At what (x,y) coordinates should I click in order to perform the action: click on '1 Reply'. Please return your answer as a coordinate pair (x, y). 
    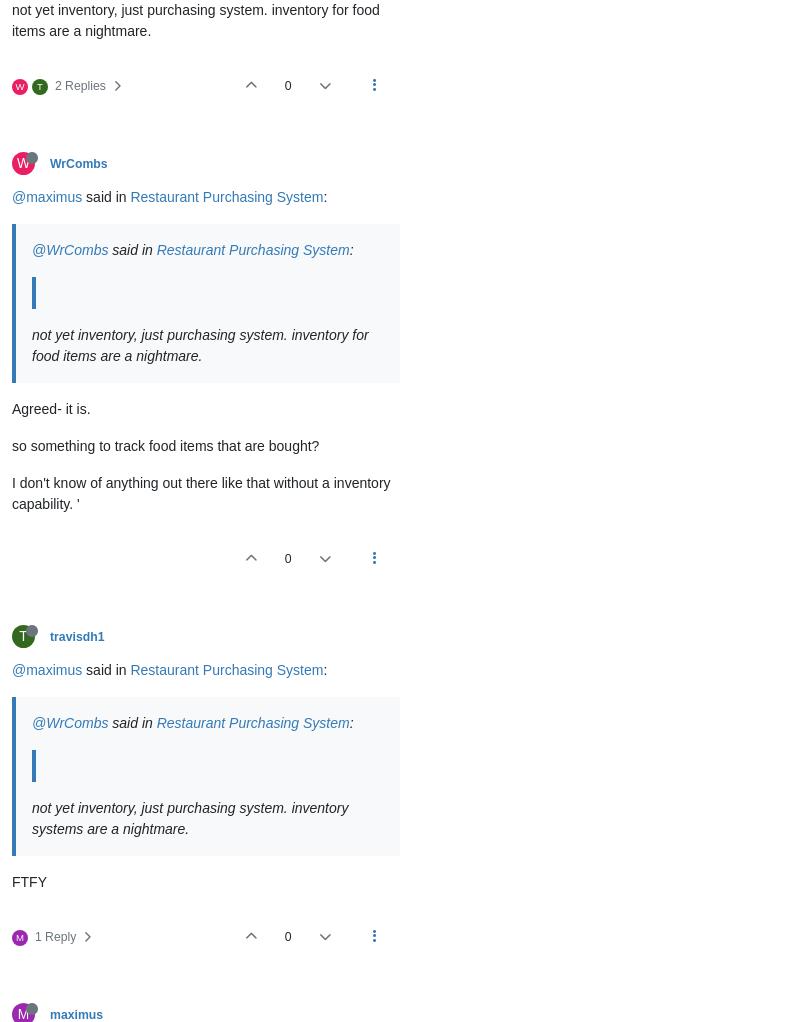
    Looking at the image, I should click on (34, 936).